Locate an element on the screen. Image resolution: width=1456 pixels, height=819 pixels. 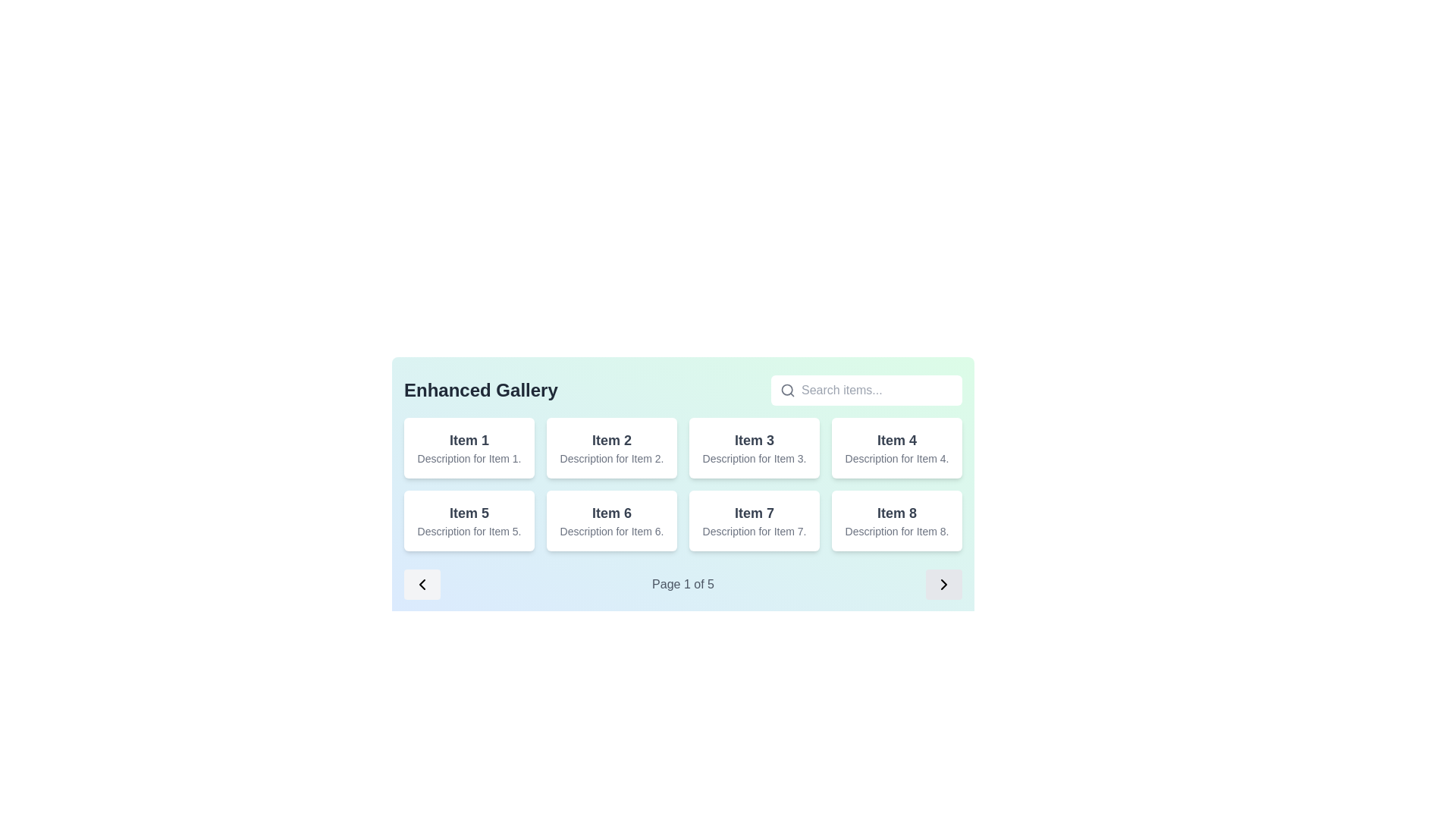
the icon button on the left side of the pagination control panel is located at coordinates (422, 584).